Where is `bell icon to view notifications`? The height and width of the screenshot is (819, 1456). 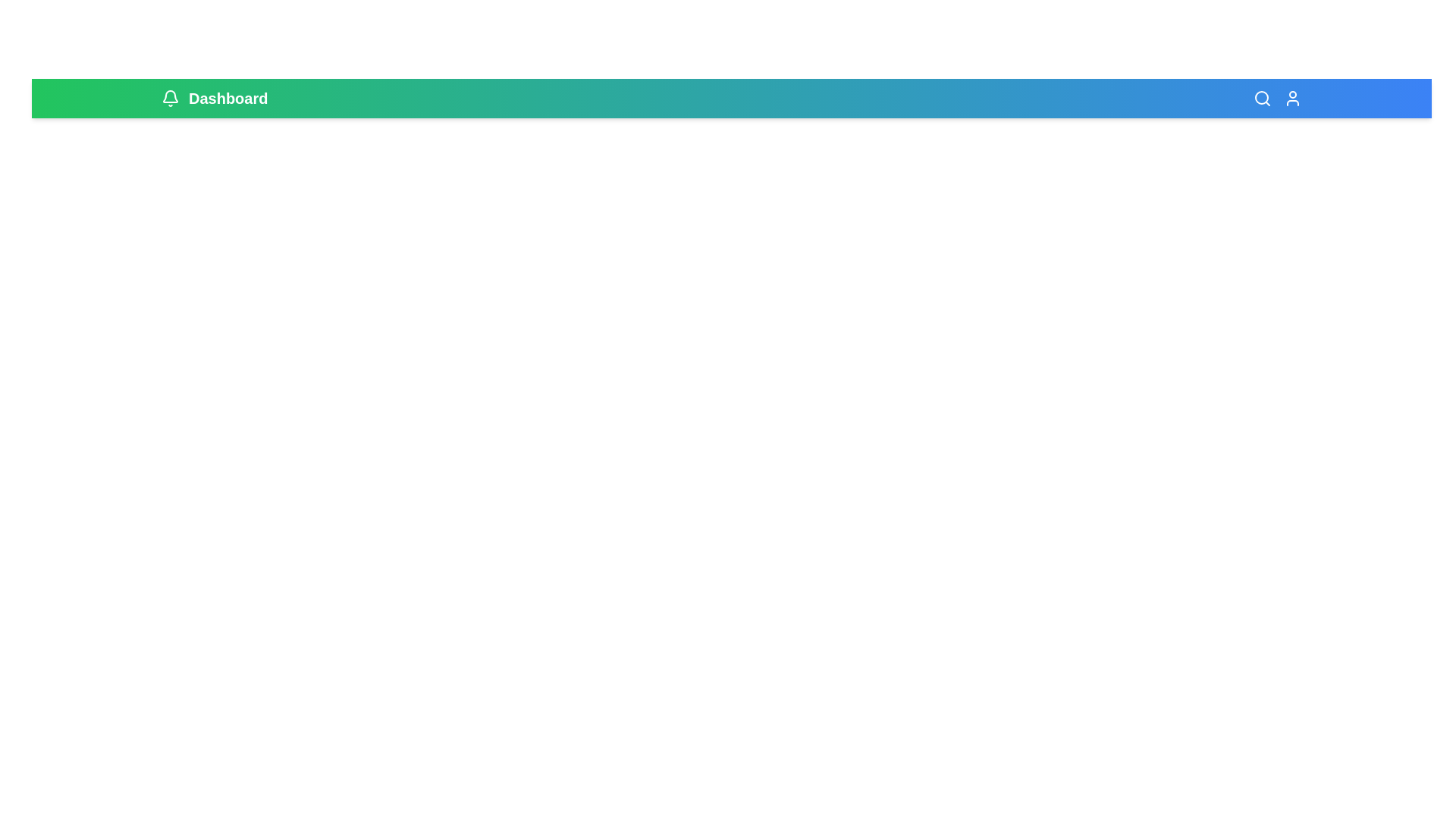
bell icon to view notifications is located at coordinates (171, 99).